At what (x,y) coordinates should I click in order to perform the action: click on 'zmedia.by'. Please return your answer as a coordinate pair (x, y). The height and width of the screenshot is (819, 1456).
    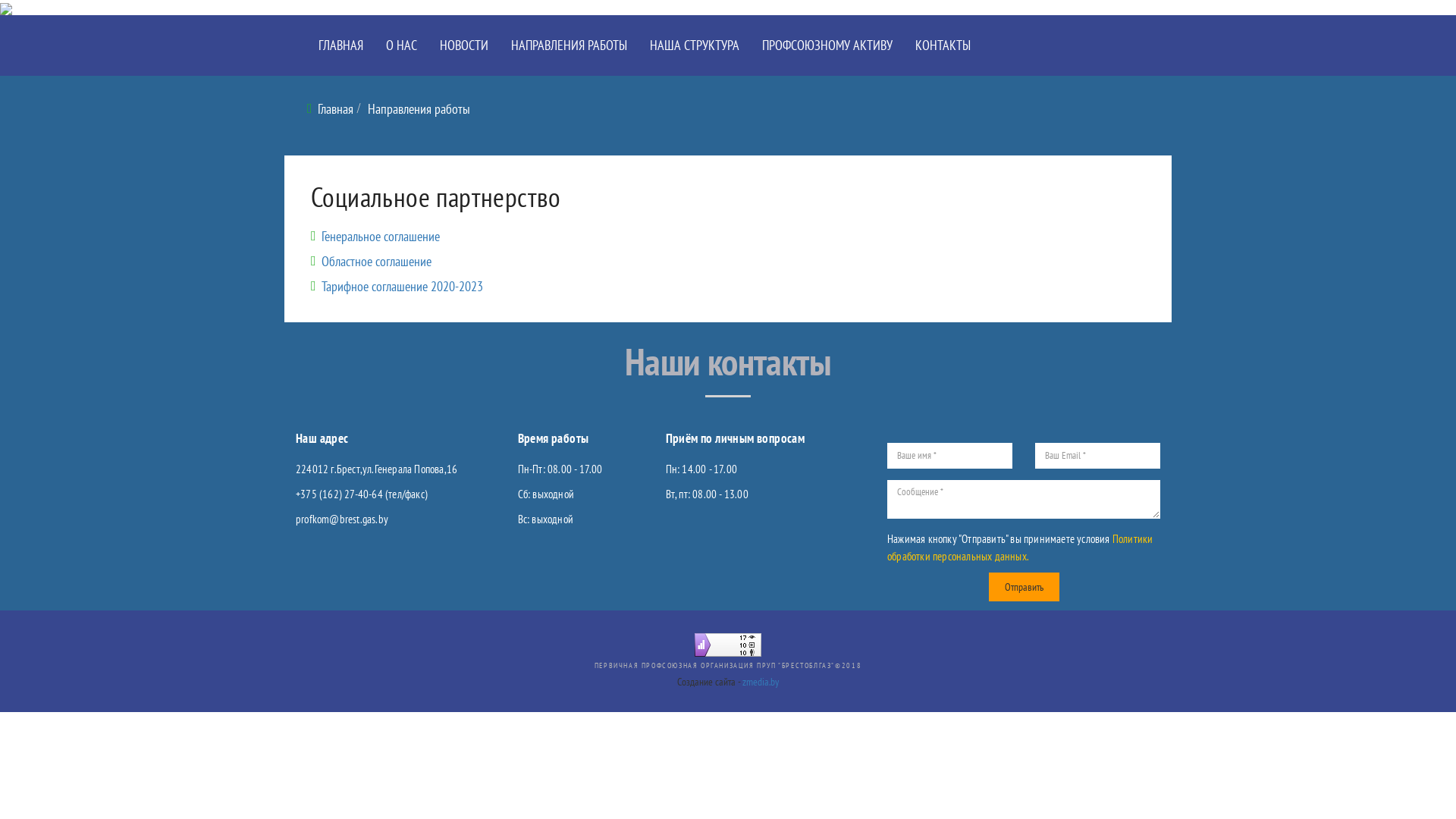
    Looking at the image, I should click on (761, 680).